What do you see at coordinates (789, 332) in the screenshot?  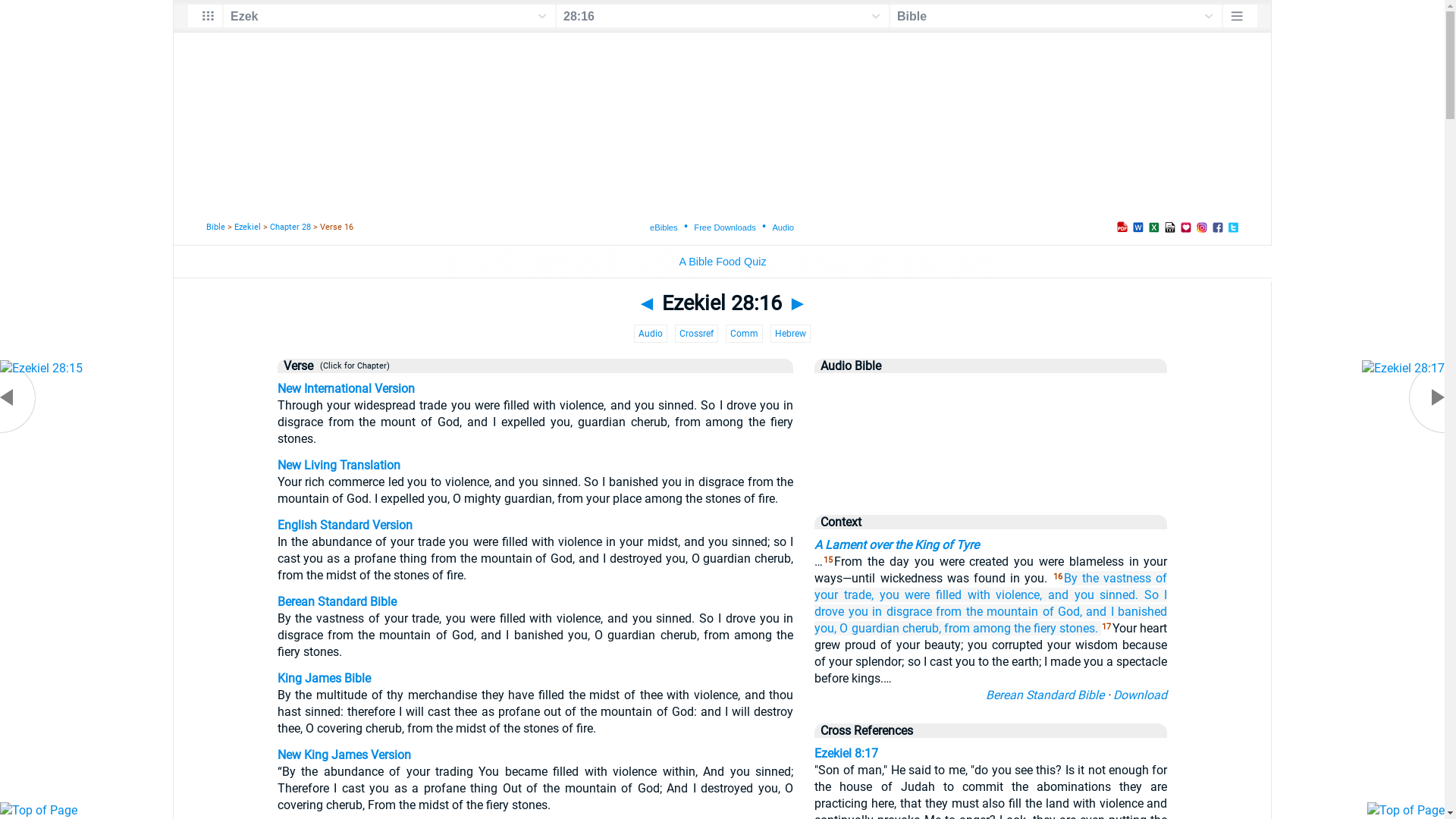 I see `' Hebrew '` at bounding box center [789, 332].